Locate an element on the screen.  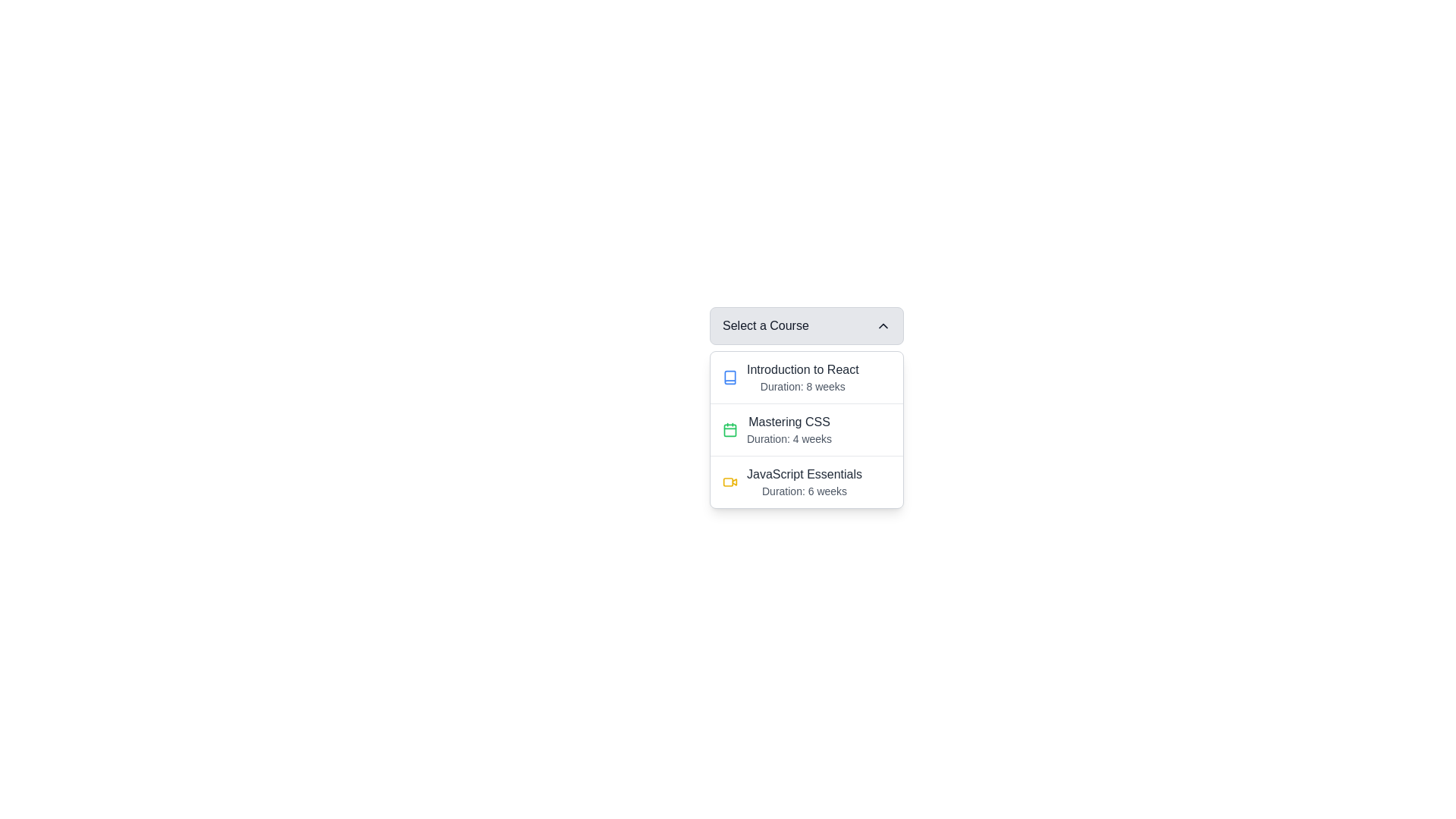
the text label displaying 'JavaScript Essentials', which is the prominent title of the course in the course listing interface is located at coordinates (803, 473).